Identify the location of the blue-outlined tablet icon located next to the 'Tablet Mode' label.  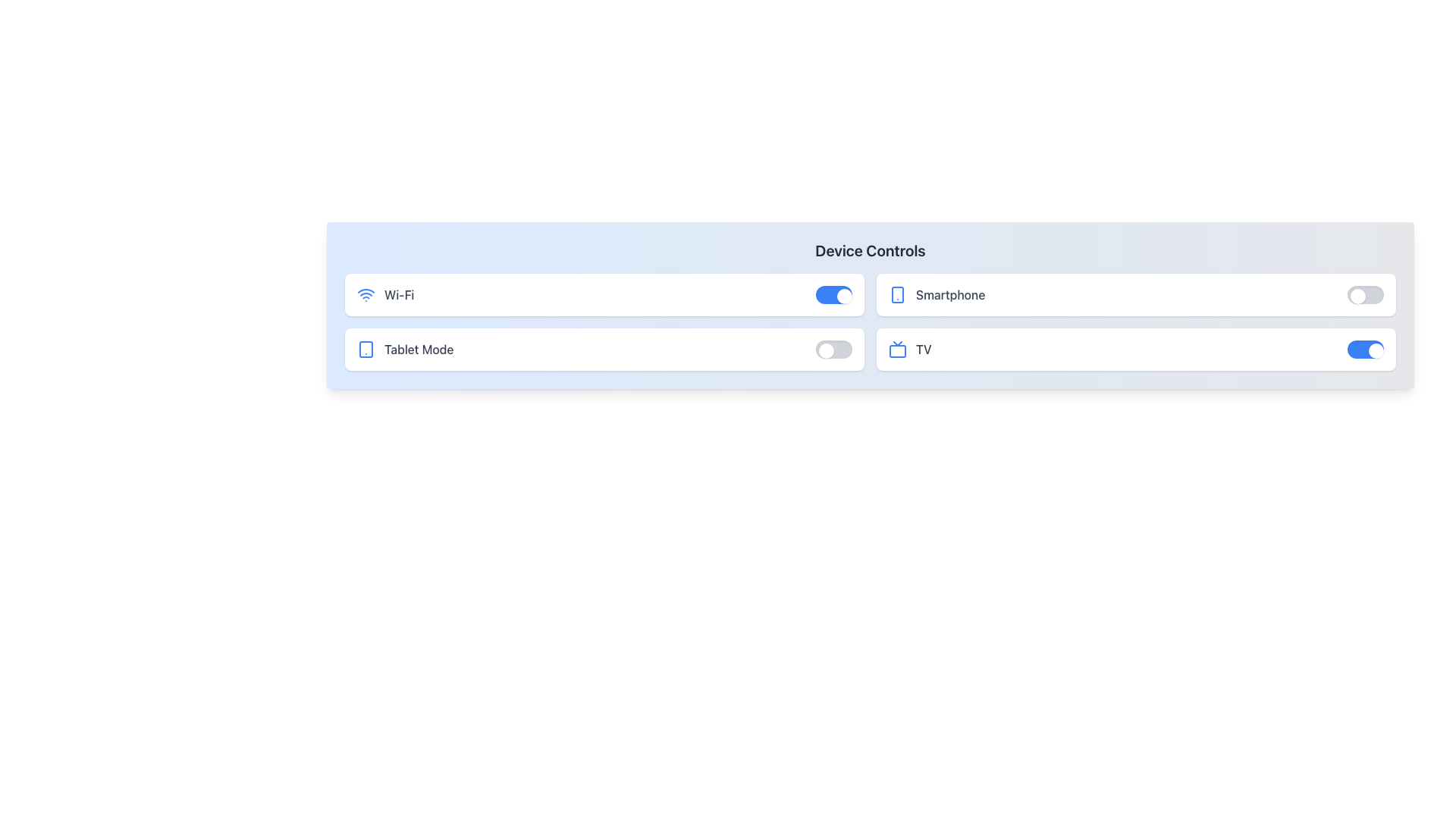
(366, 350).